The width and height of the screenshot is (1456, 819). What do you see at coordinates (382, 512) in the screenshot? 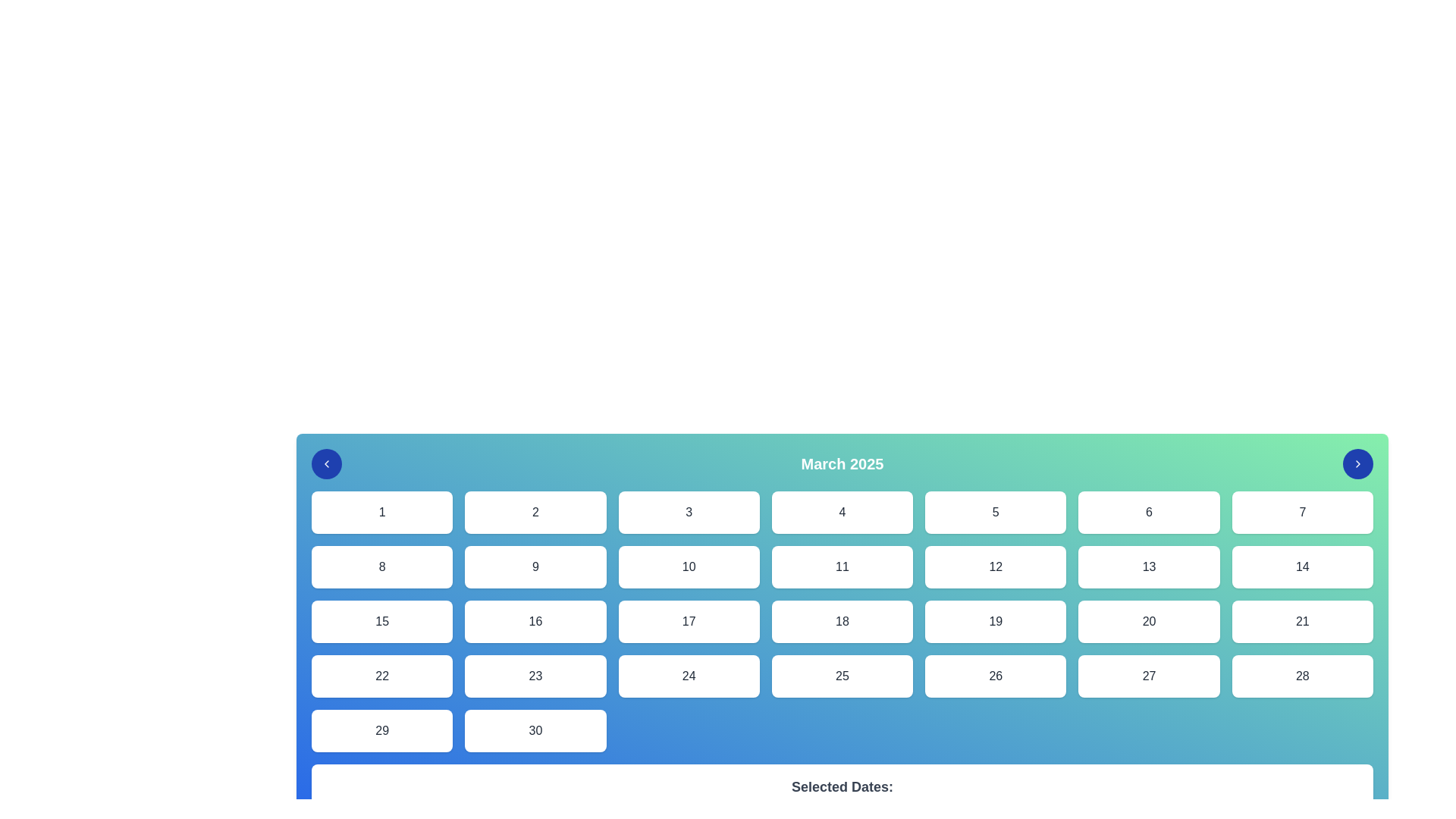
I see `the button containing the numeral '1'` at bounding box center [382, 512].